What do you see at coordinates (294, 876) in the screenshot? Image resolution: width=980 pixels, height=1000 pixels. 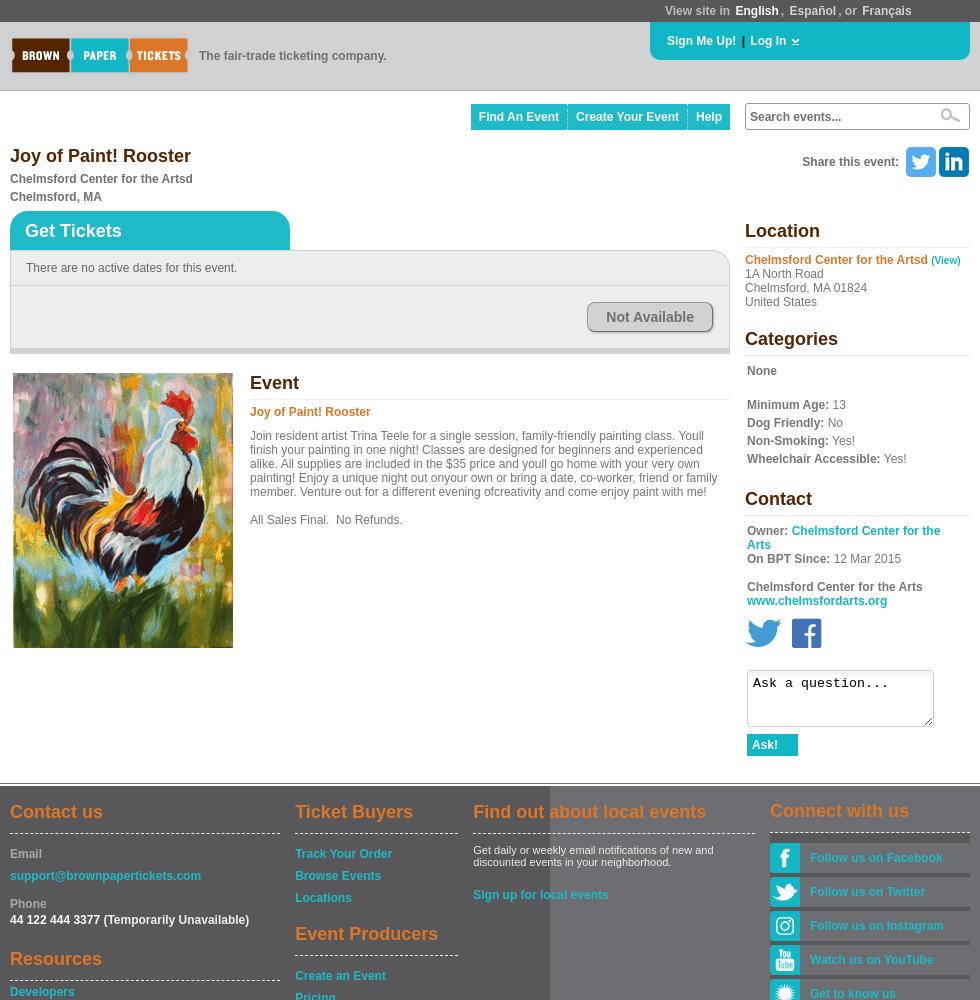 I see `'Browse Events'` at bounding box center [294, 876].